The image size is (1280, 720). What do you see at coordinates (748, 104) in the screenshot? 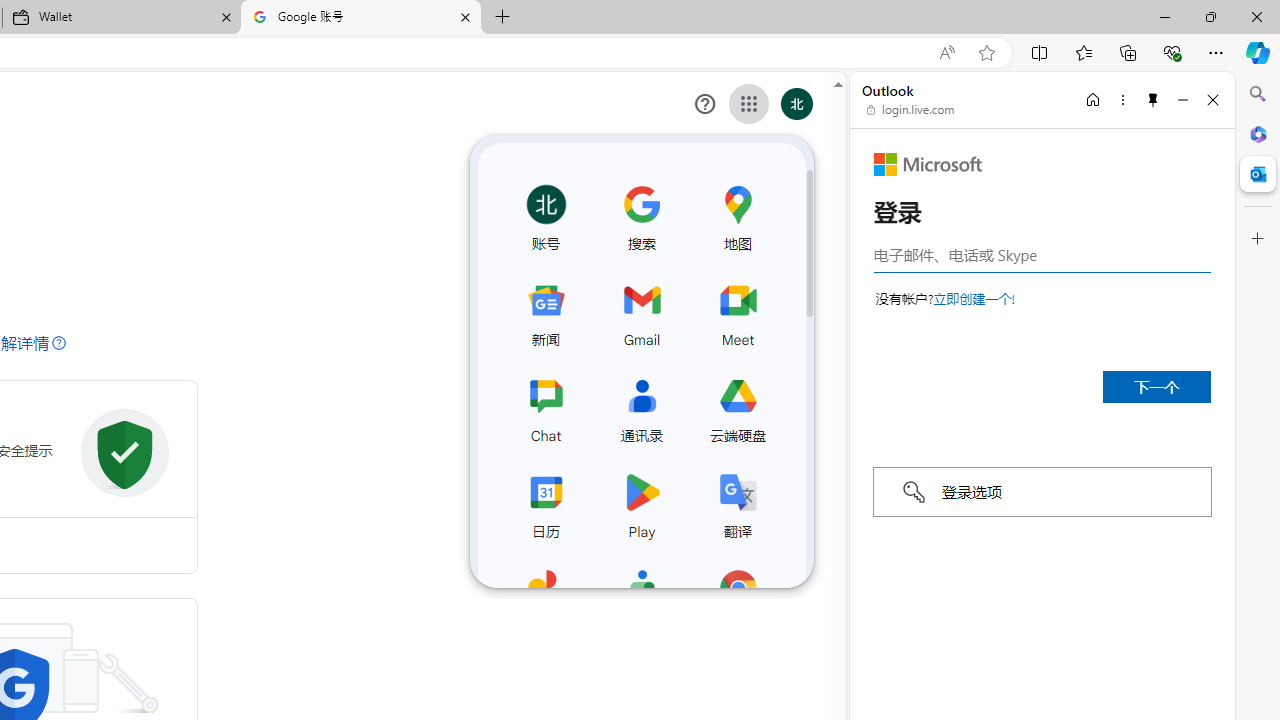
I see `'Class: gb_E'` at bounding box center [748, 104].